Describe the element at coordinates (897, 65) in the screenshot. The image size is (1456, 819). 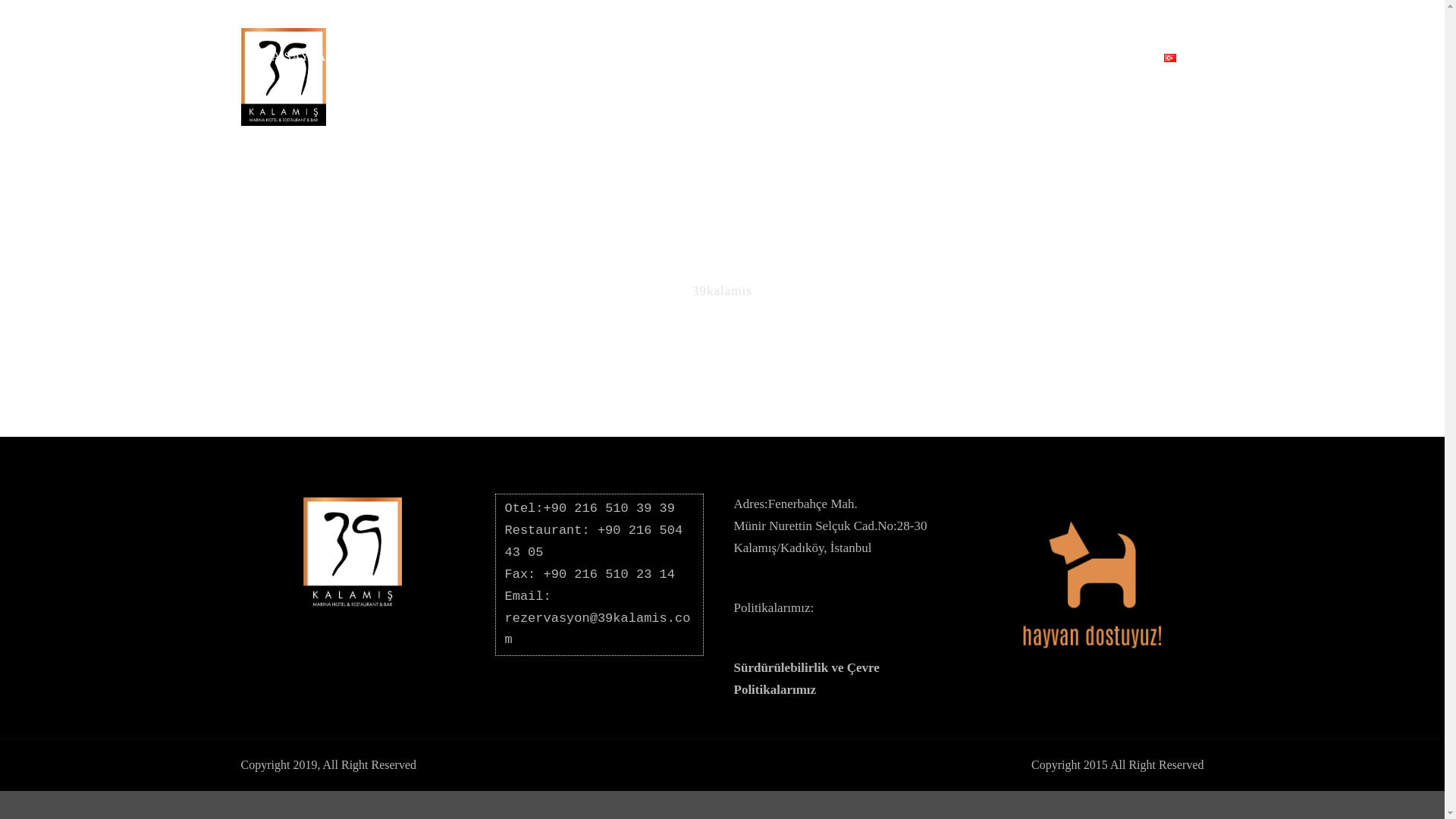
I see `'HIKAYEMIZ'` at that location.